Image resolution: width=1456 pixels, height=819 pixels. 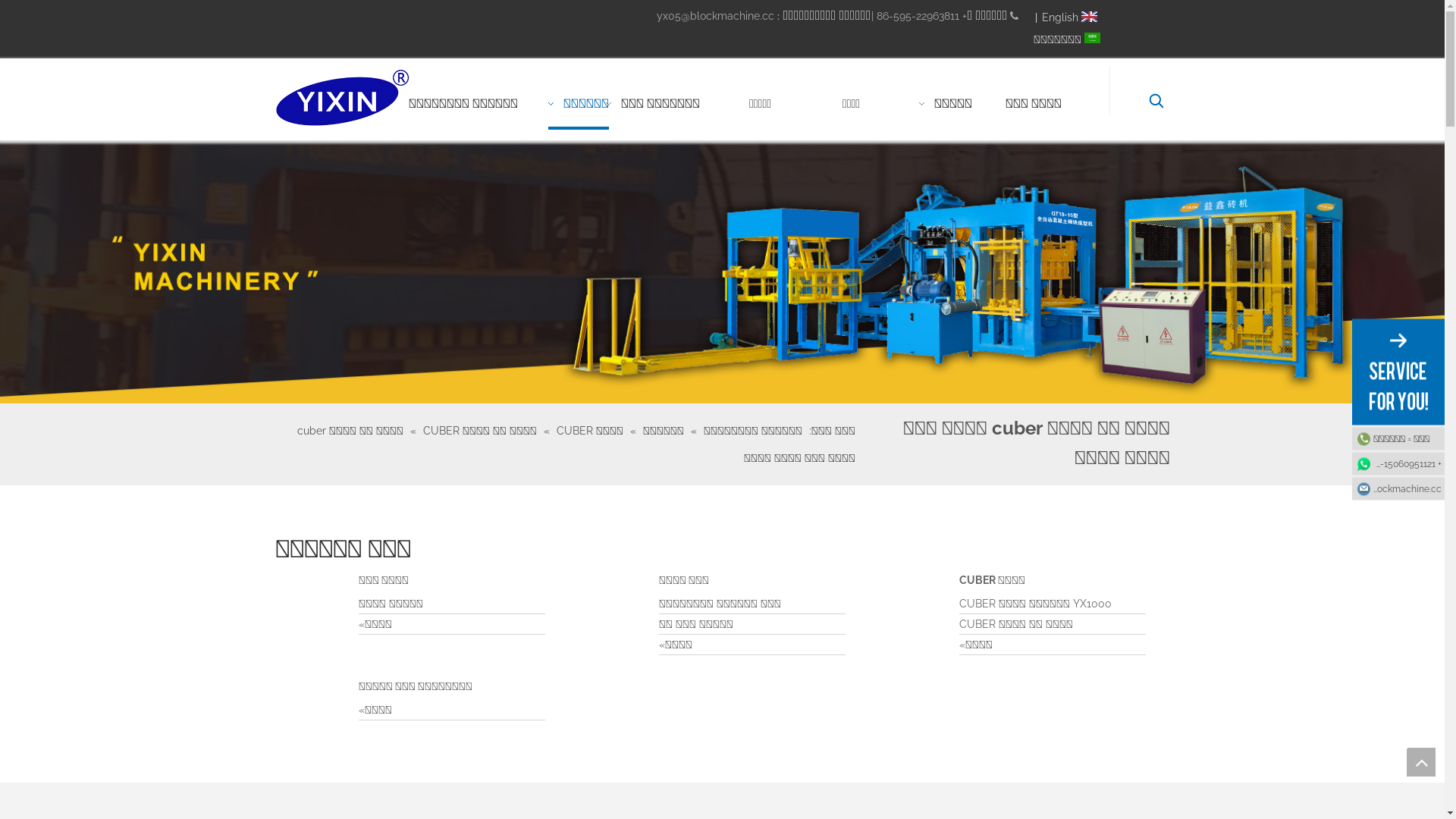 I want to click on 'B5', so click(x=721, y=270).